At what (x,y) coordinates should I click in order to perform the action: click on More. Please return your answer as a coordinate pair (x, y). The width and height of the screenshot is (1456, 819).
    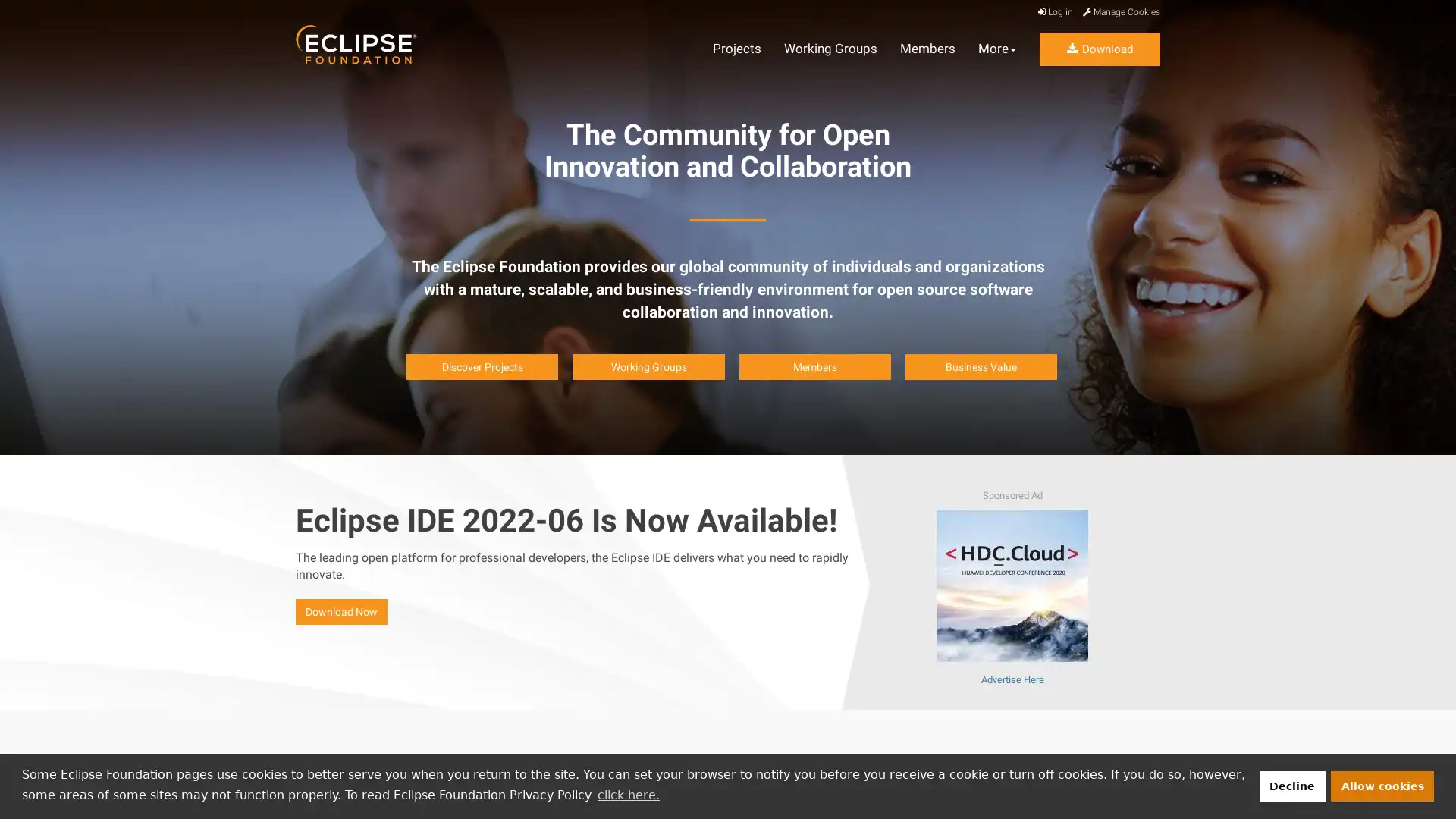
    Looking at the image, I should click on (997, 49).